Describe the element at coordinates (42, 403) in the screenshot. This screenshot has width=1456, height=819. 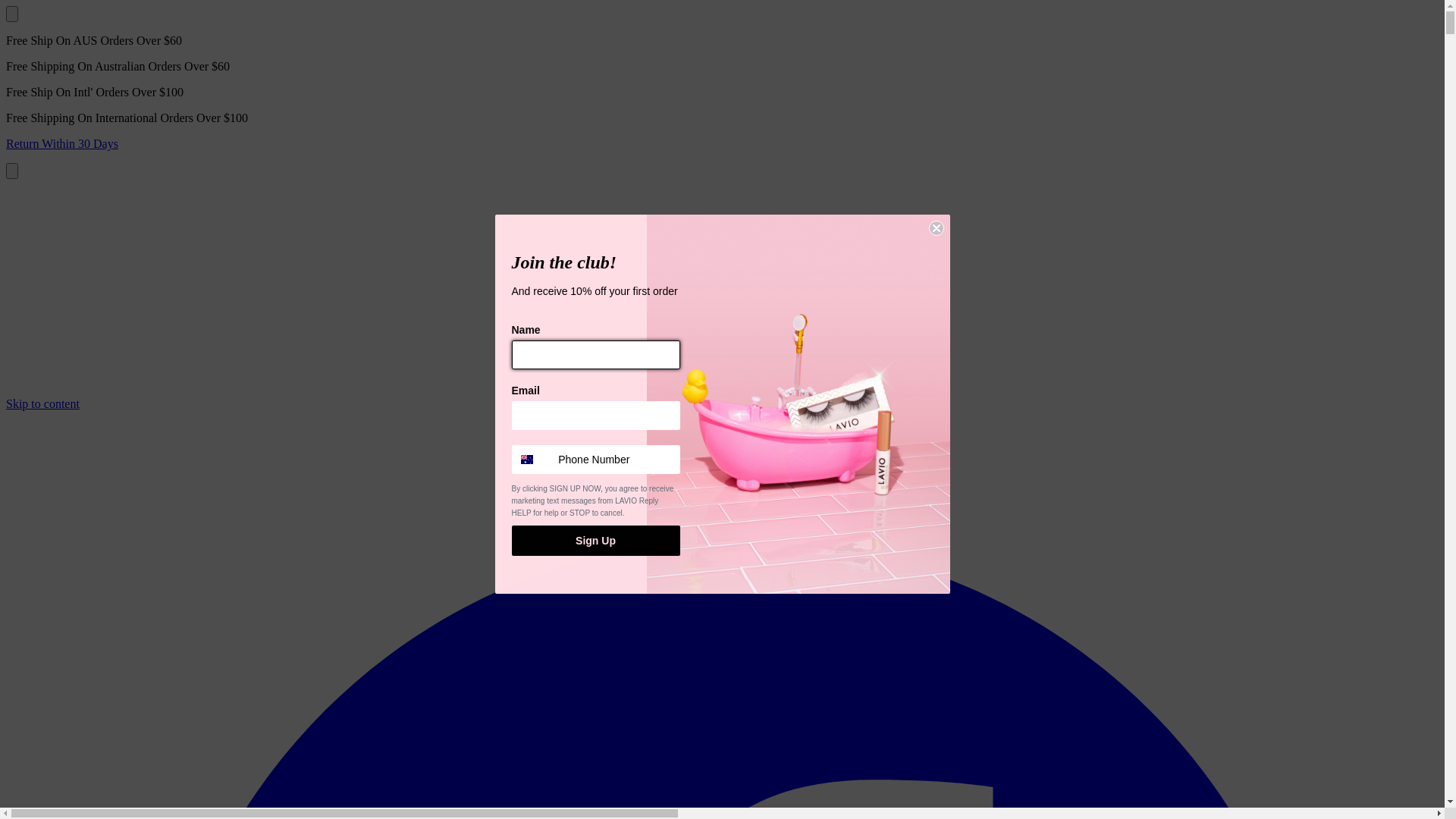
I see `'Skip to content'` at that location.